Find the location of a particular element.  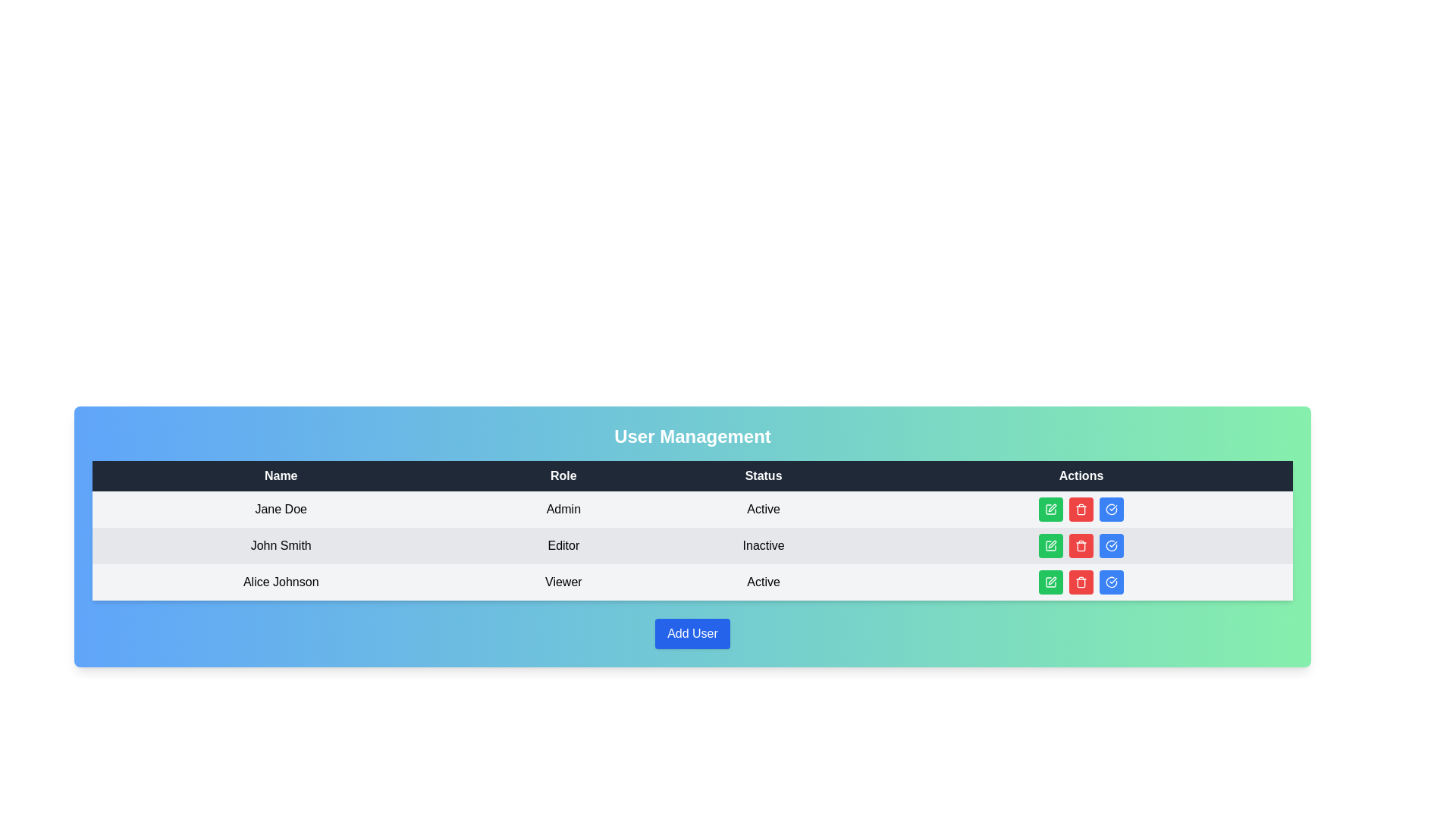

the Static Text Label indicating the user's role as 'Admin', located in the second cell from the left in the 'Role' column of the user table, aligned with 'Jane Doe' in the second row is located at coordinates (563, 509).